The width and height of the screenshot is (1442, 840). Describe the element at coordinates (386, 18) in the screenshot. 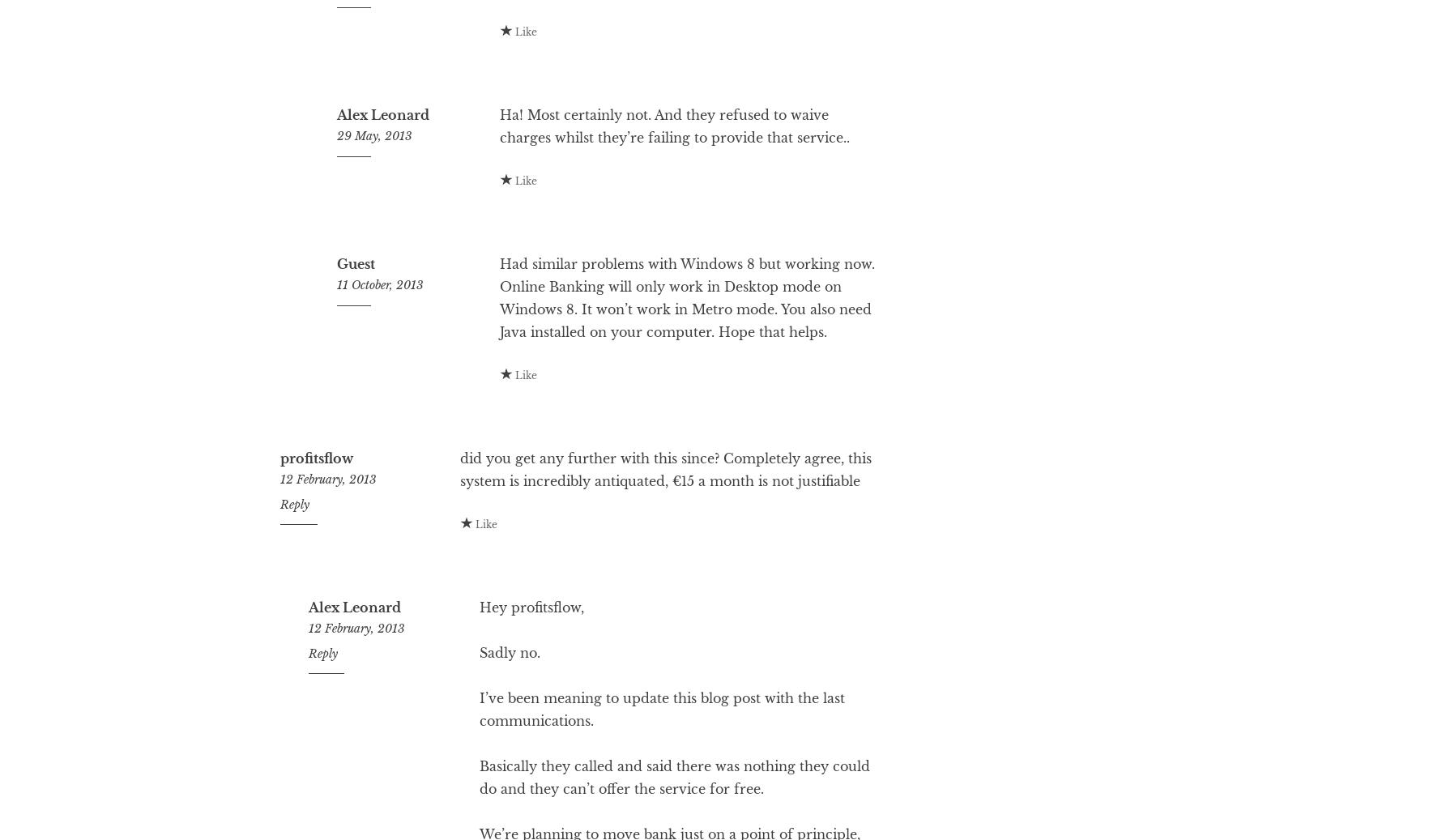

I see `'Gerard Martin Duffy'` at that location.